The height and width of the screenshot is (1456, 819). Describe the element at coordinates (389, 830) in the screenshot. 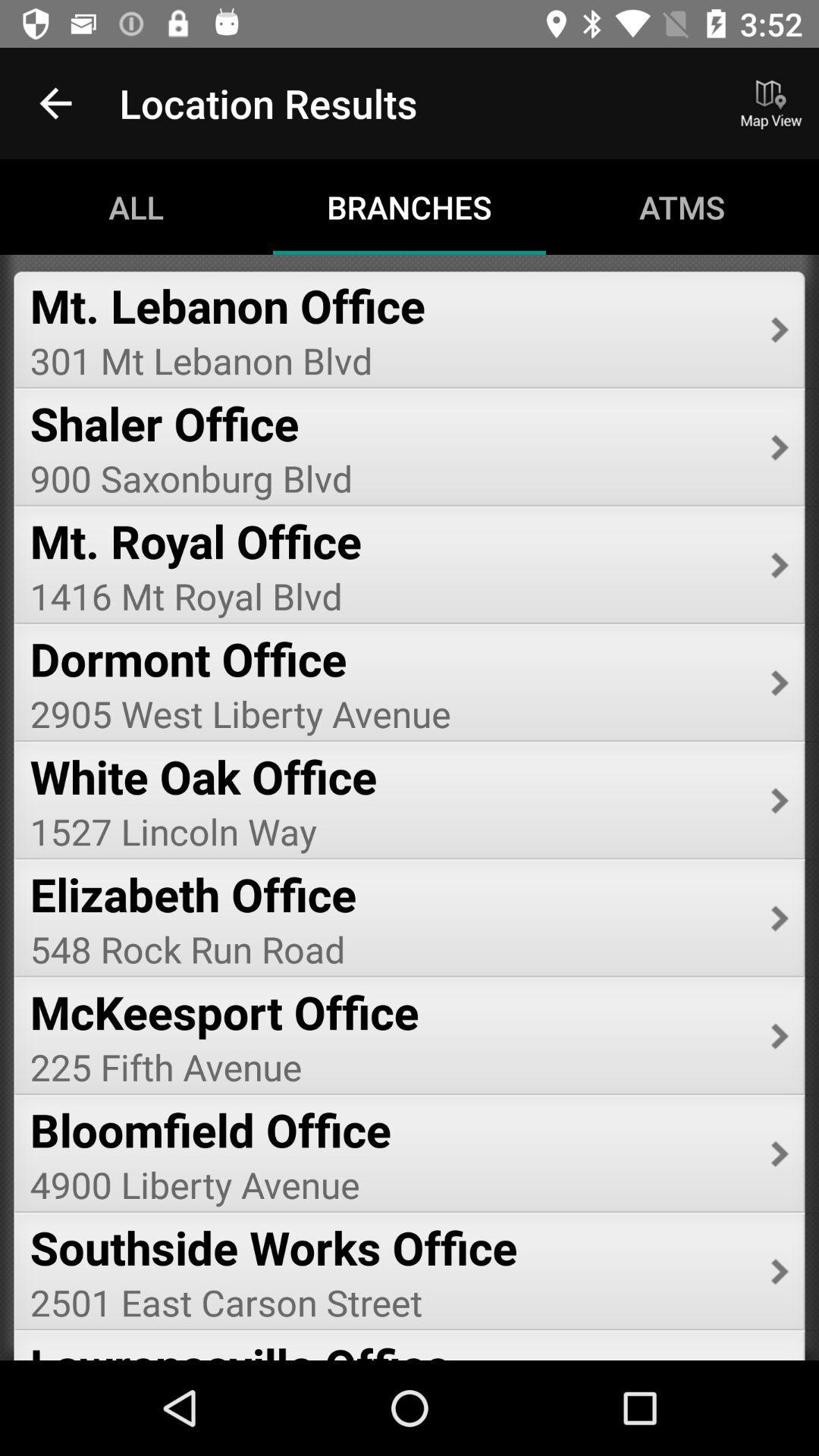

I see `the 1527 lincoln way` at that location.